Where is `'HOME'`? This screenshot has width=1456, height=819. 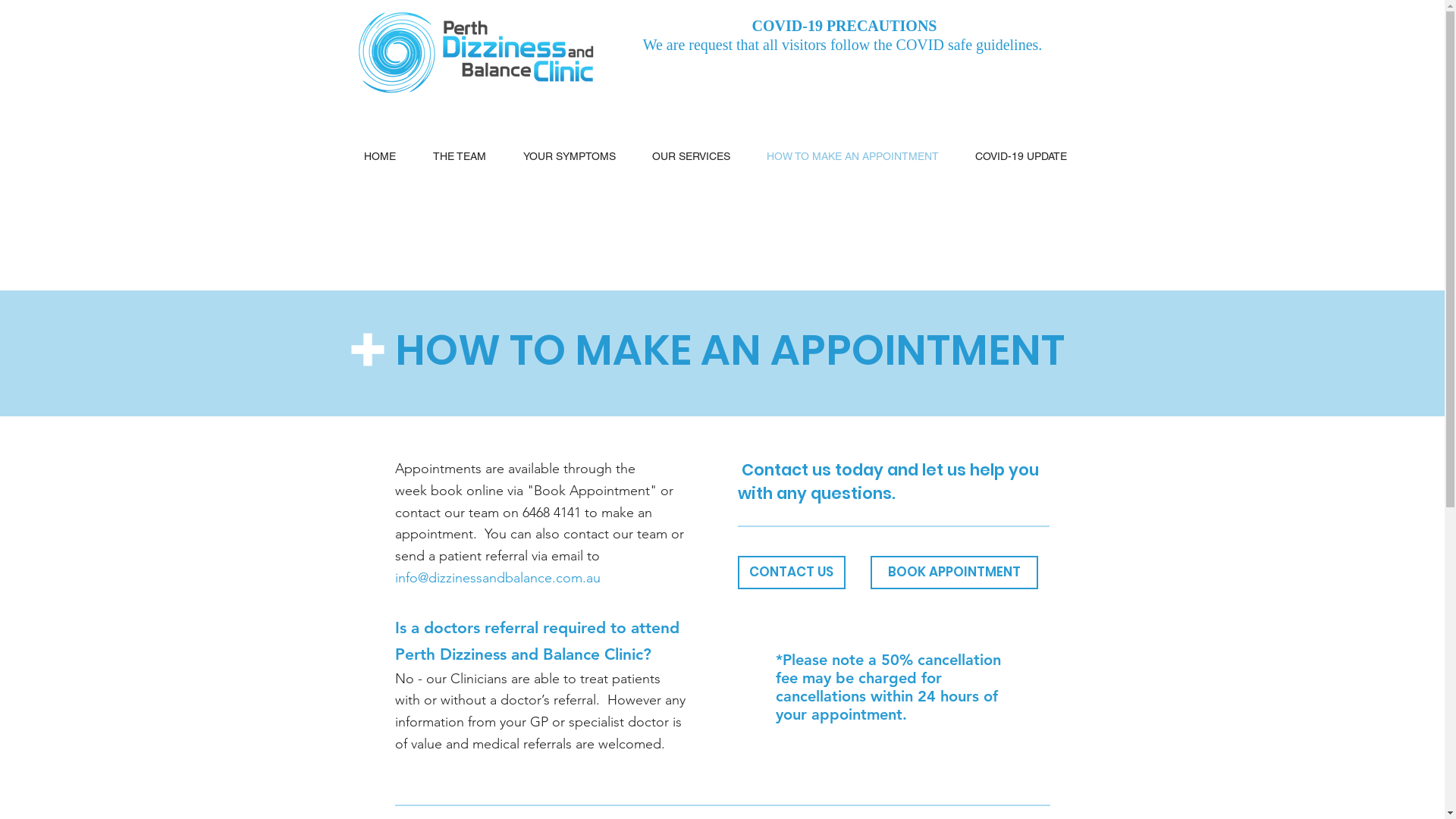
'HOME' is located at coordinates (386, 155).